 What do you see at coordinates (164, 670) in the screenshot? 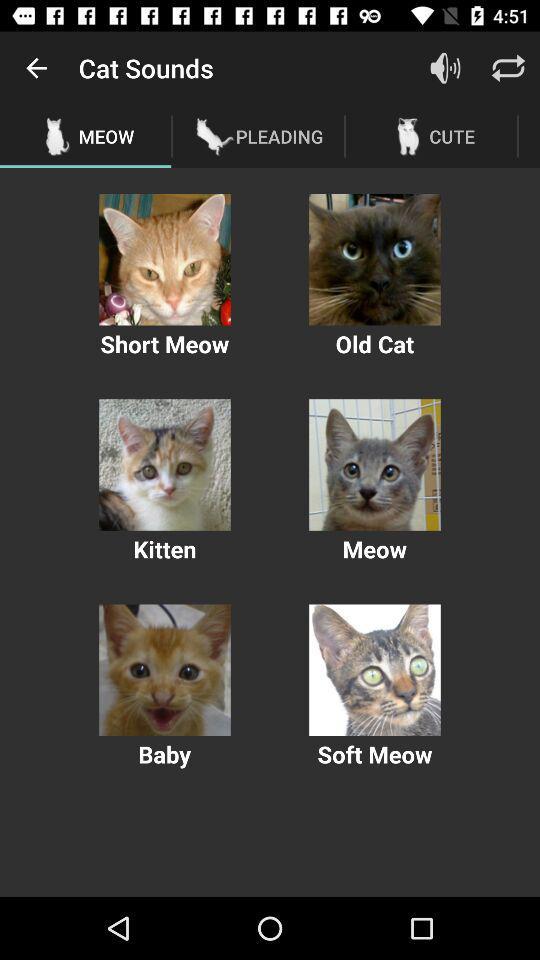
I see `baby cat sound` at bounding box center [164, 670].